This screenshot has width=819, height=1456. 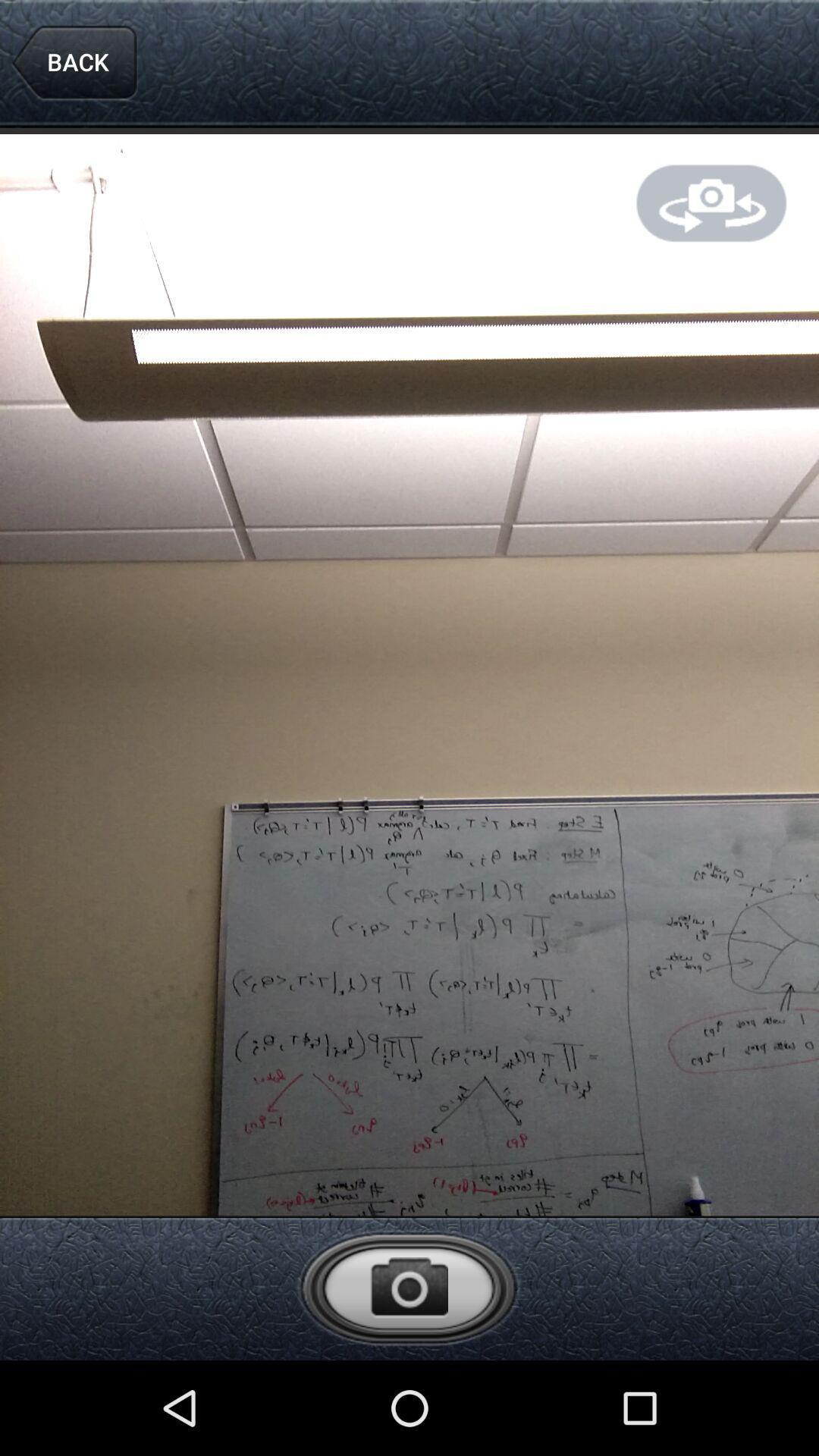 What do you see at coordinates (408, 1287) in the screenshot?
I see `click camera option` at bounding box center [408, 1287].